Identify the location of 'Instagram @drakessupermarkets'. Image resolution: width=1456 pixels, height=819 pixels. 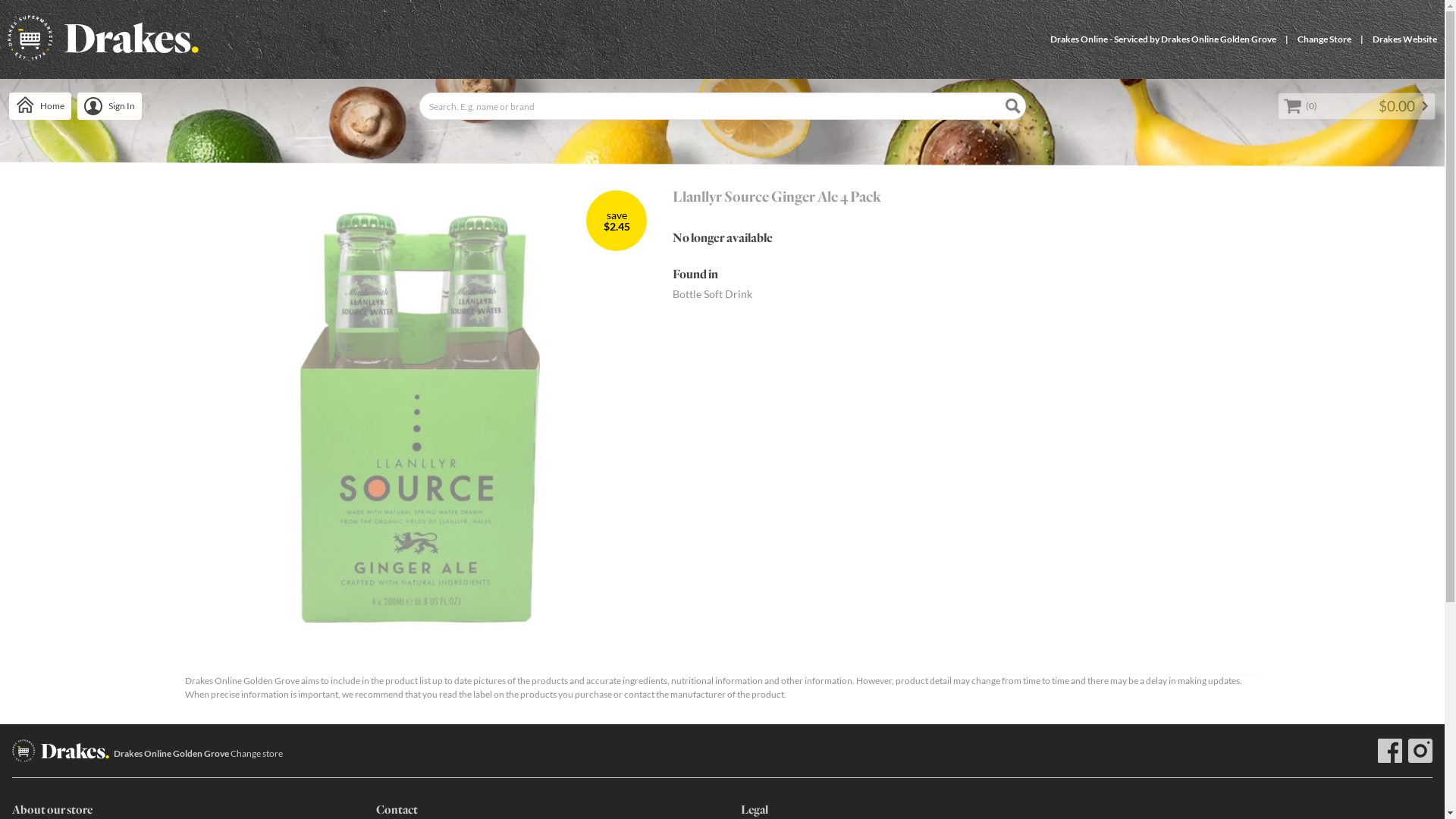
(1407, 751).